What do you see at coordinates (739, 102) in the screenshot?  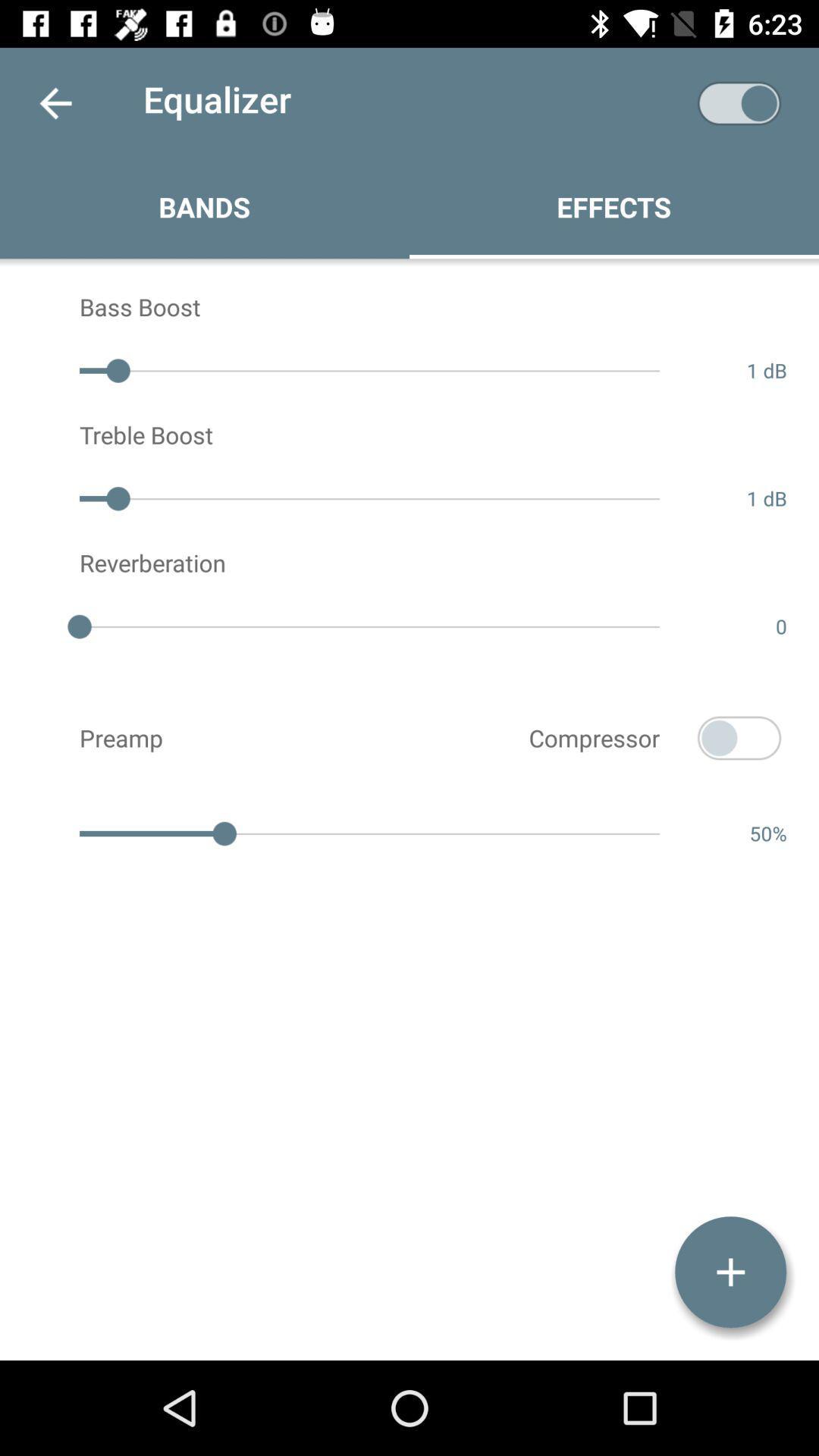 I see `the app to the right of effects icon` at bounding box center [739, 102].